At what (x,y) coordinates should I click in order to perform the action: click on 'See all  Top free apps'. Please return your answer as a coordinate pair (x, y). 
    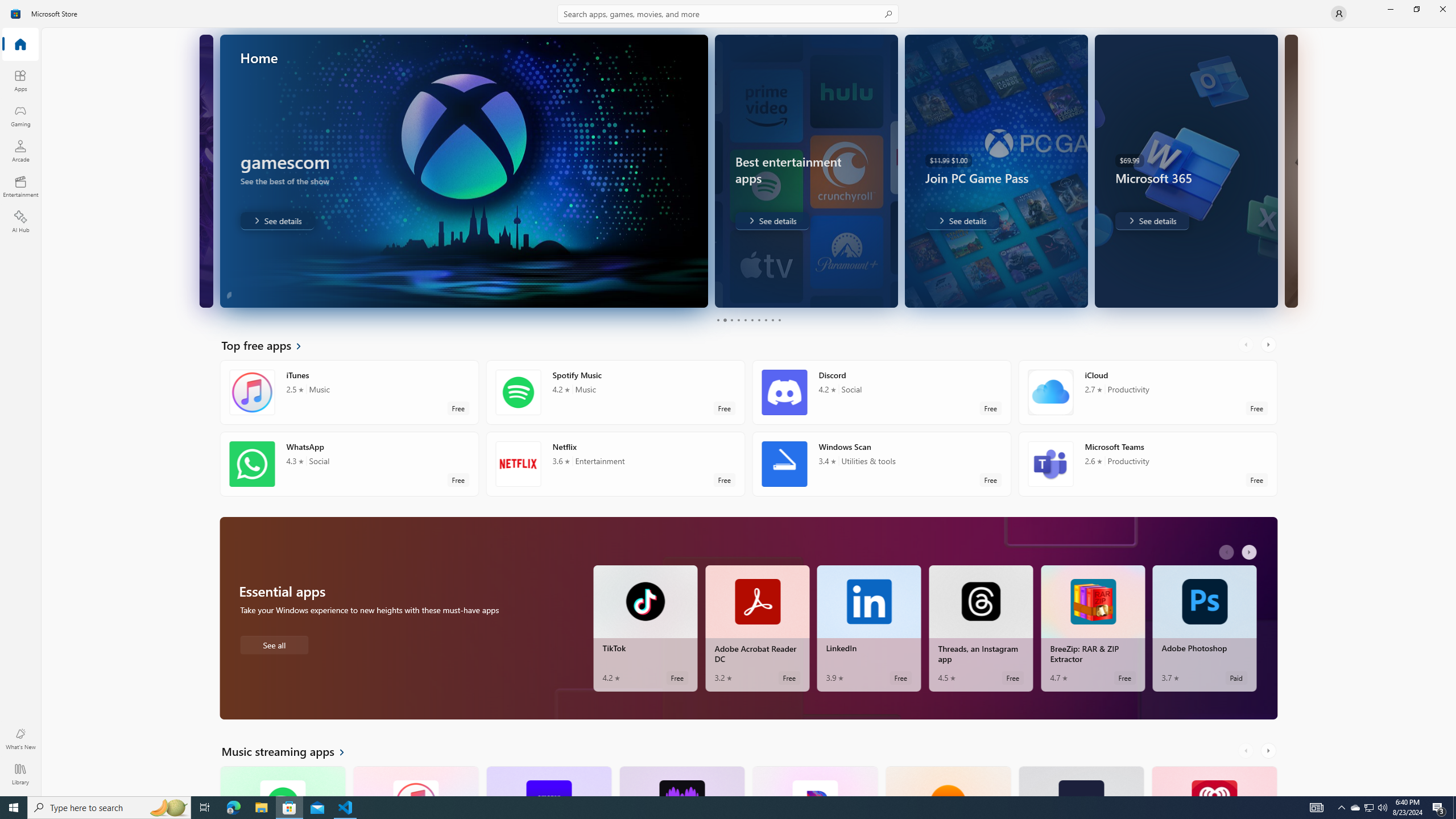
    Looking at the image, I should click on (268, 344).